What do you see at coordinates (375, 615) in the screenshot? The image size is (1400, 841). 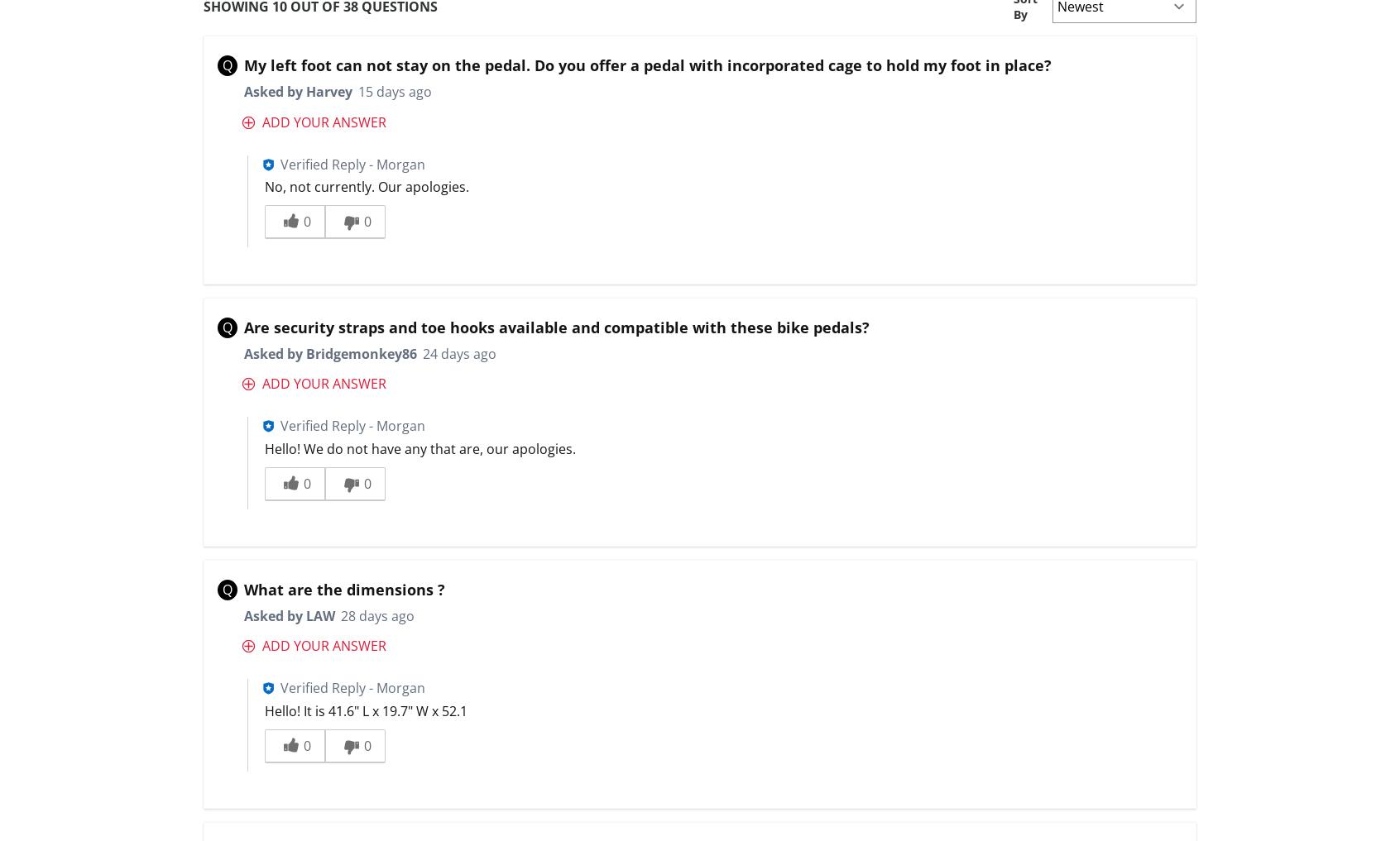 I see `'28 days ago'` at bounding box center [375, 615].